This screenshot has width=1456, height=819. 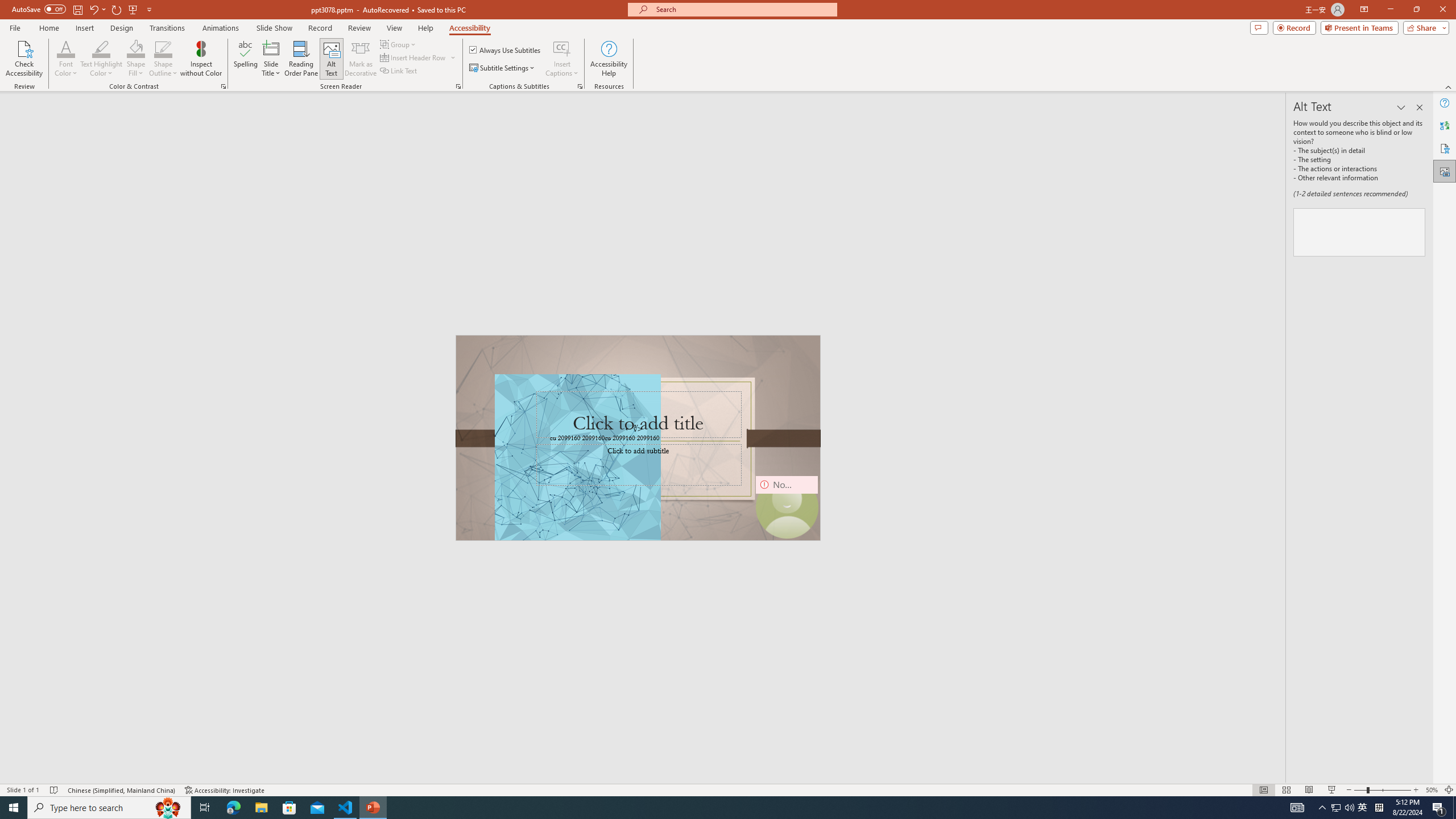 What do you see at coordinates (301, 59) in the screenshot?
I see `'Reading Order Pane'` at bounding box center [301, 59].